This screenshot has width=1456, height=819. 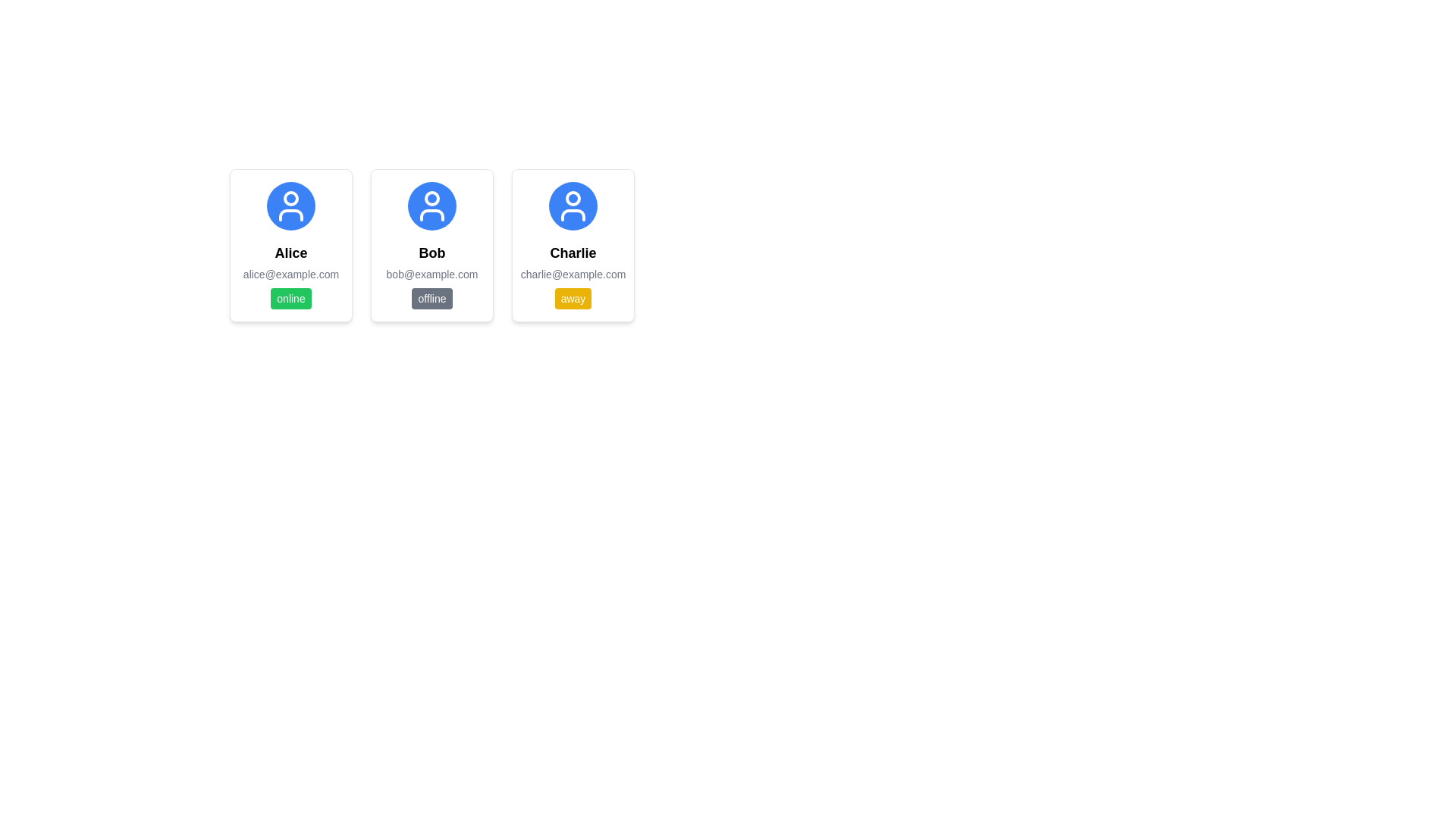 What do you see at coordinates (572, 253) in the screenshot?
I see `the Text Label displaying 'Charlie' in bold font within the third user profile card, located below the avatar and above the email address` at bounding box center [572, 253].